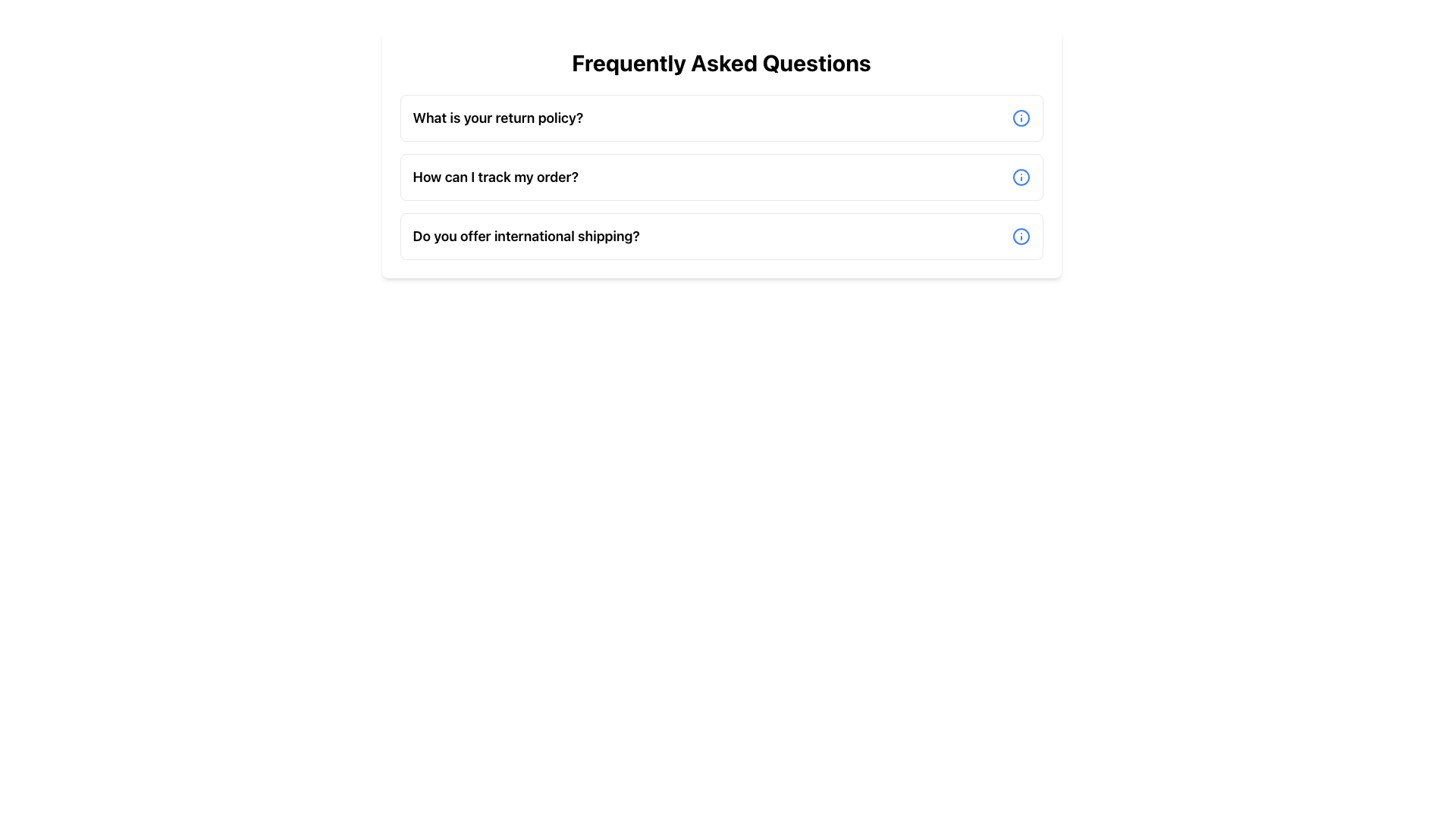  Describe the element at coordinates (1021, 237) in the screenshot. I see `the info icon located at the far right of the row containing the question 'Do you offer international shipping?', which provides additional information when interacted with` at that location.